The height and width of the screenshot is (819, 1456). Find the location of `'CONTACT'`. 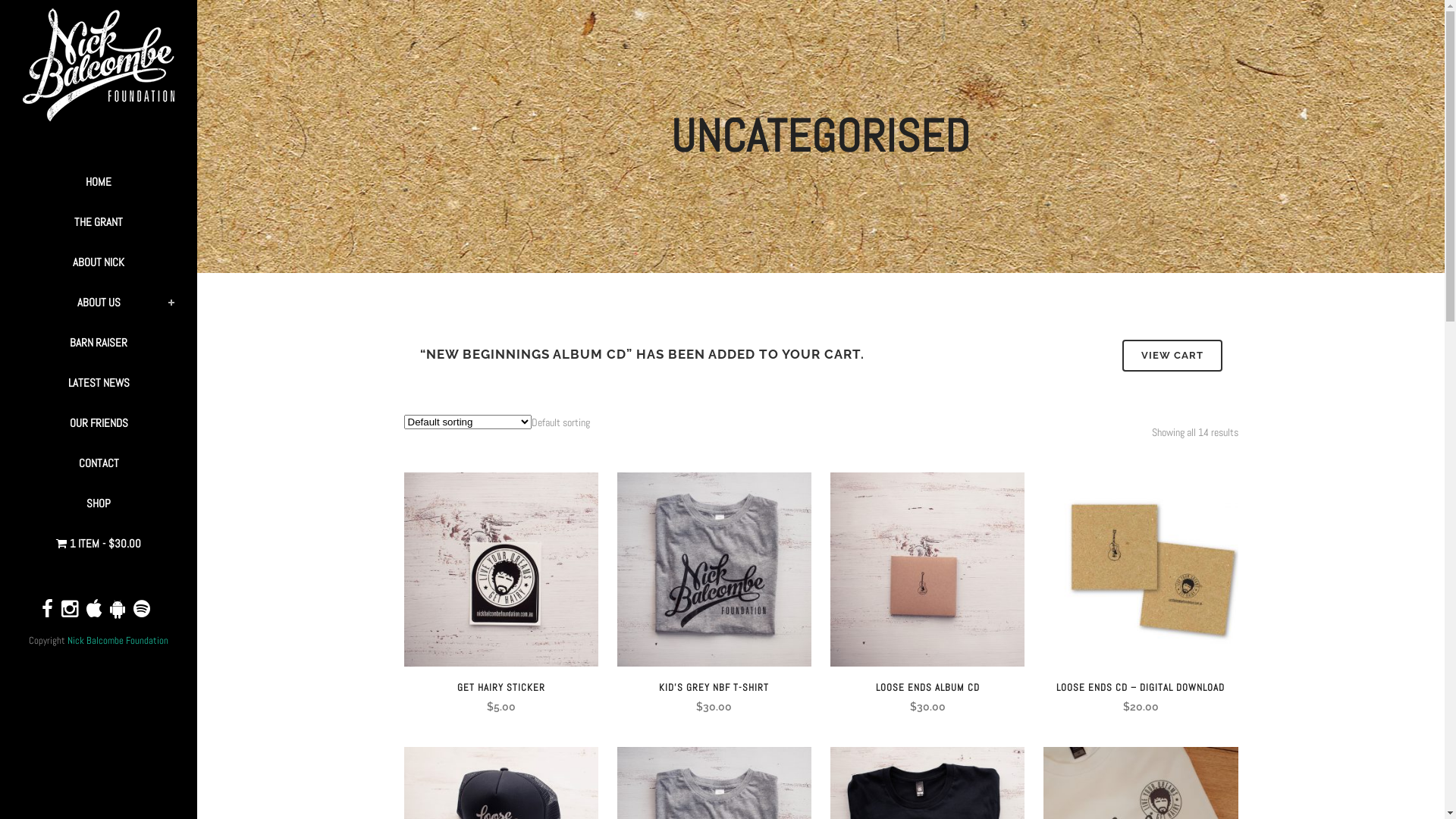

'CONTACT' is located at coordinates (97, 462).